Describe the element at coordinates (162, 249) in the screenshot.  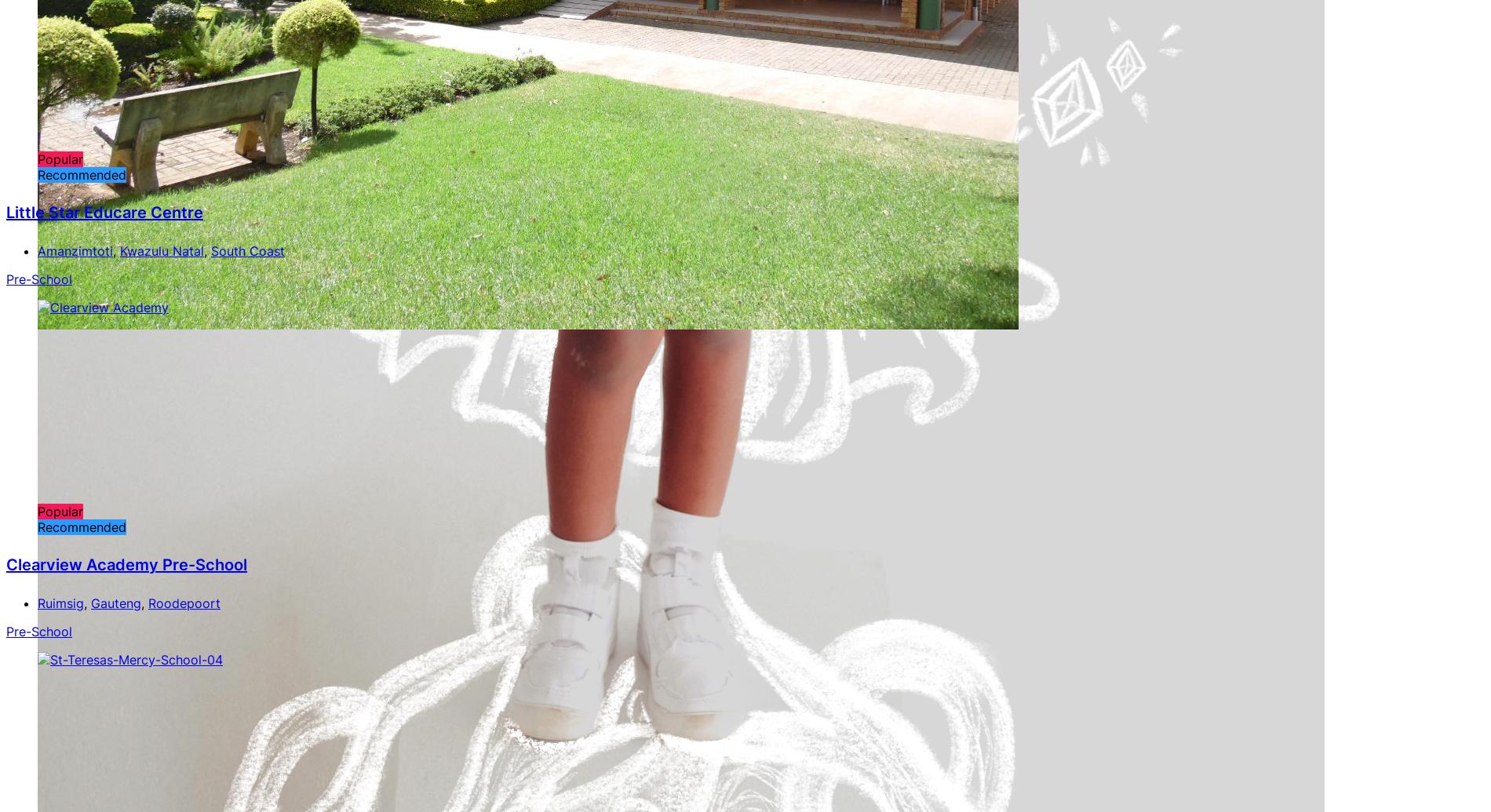
I see `'Kwazulu Natal'` at that location.